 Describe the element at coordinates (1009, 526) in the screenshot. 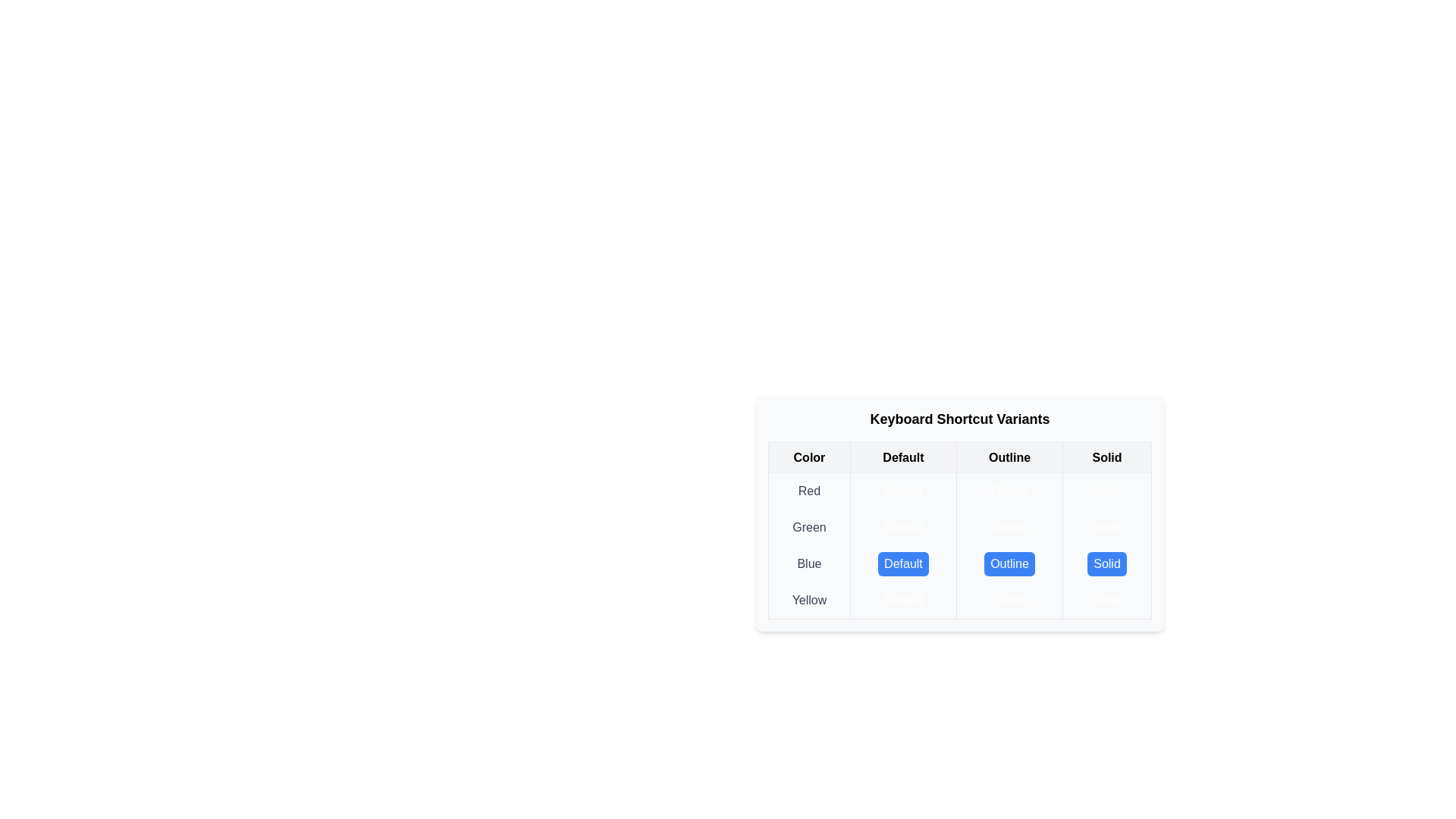

I see `the button located in the 'Green' category of the 'Outline' section to observe its hover effect` at that location.